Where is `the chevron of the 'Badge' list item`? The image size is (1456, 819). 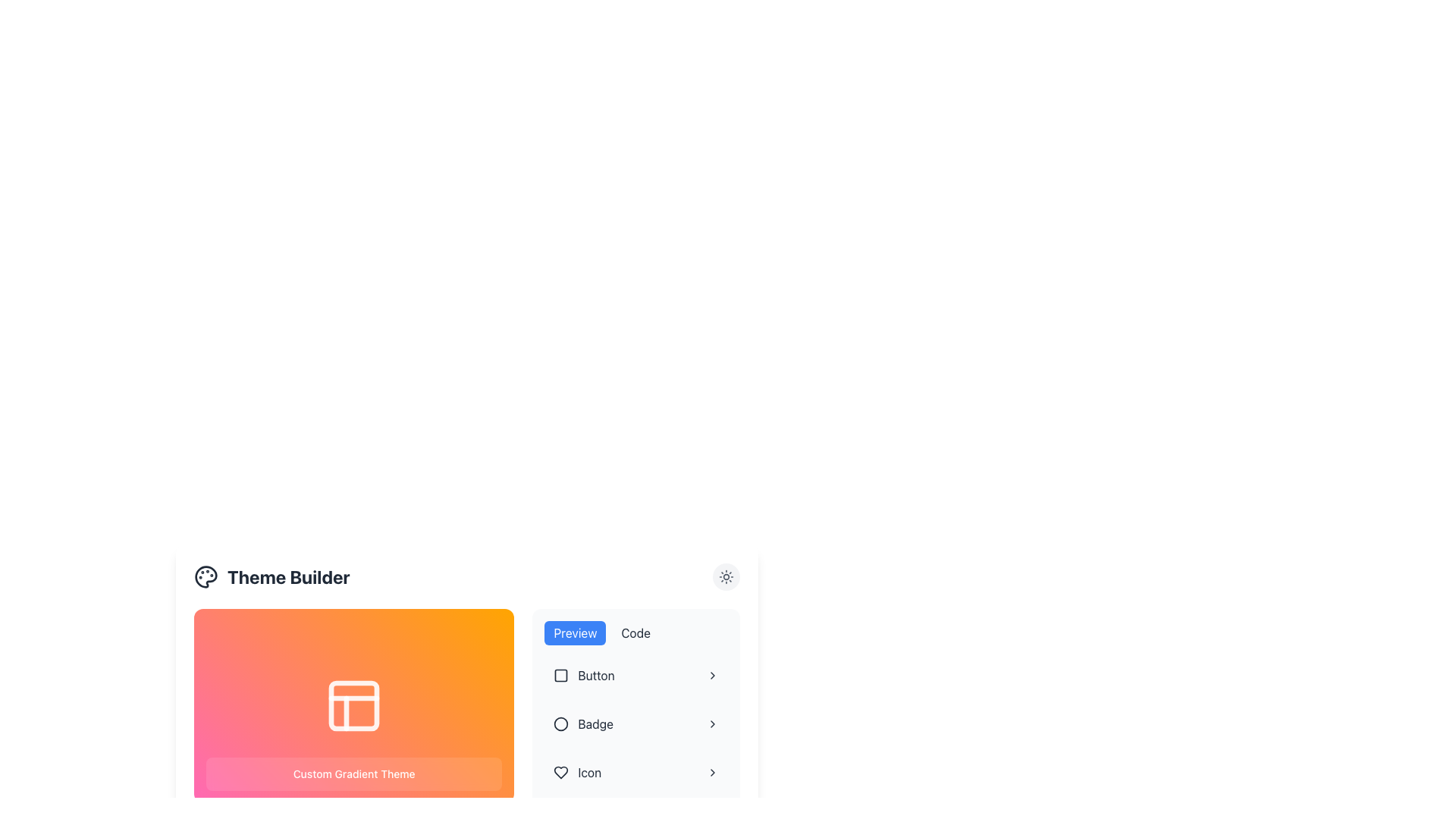 the chevron of the 'Badge' list item is located at coordinates (636, 723).